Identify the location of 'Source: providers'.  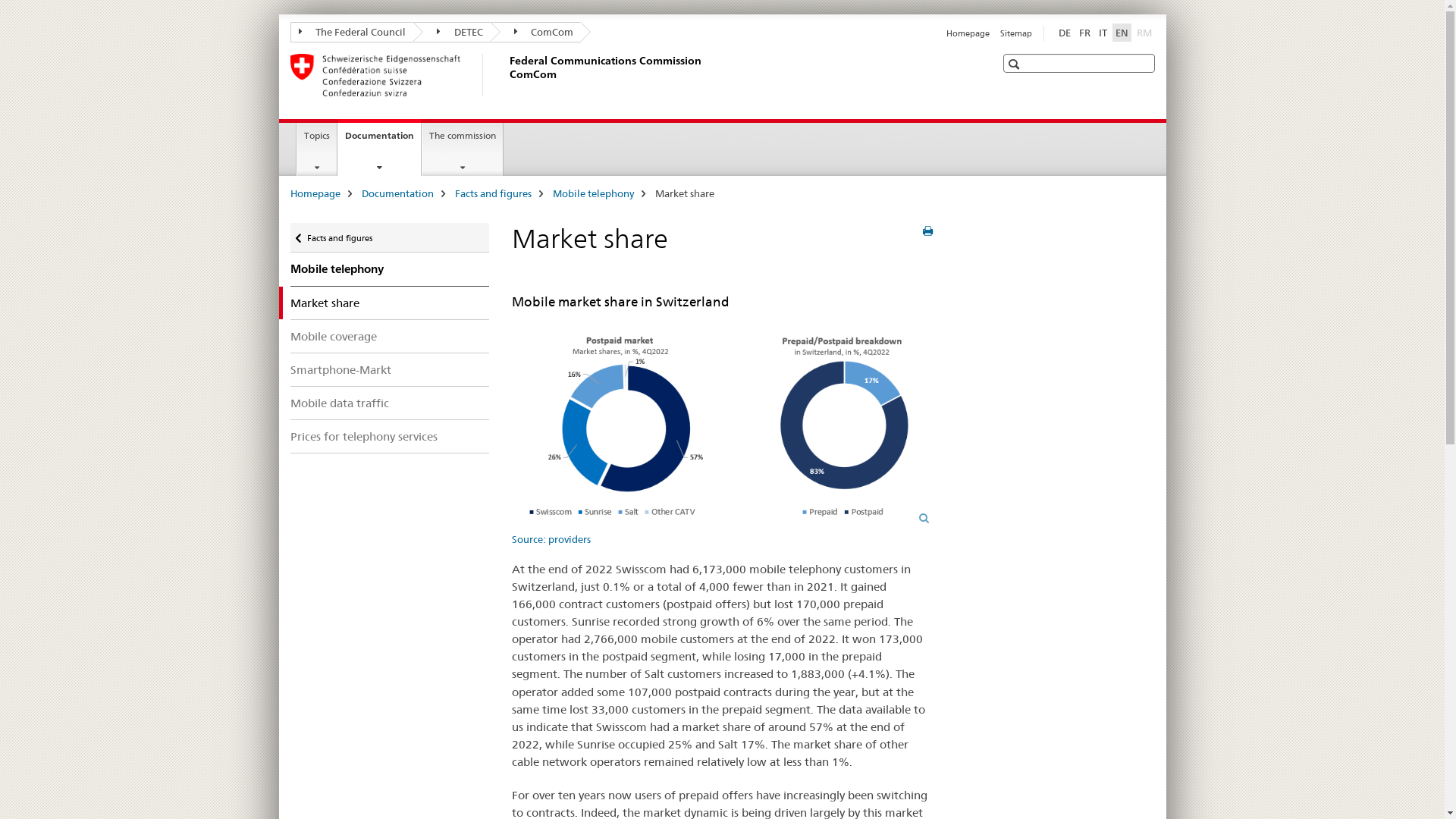
(721, 432).